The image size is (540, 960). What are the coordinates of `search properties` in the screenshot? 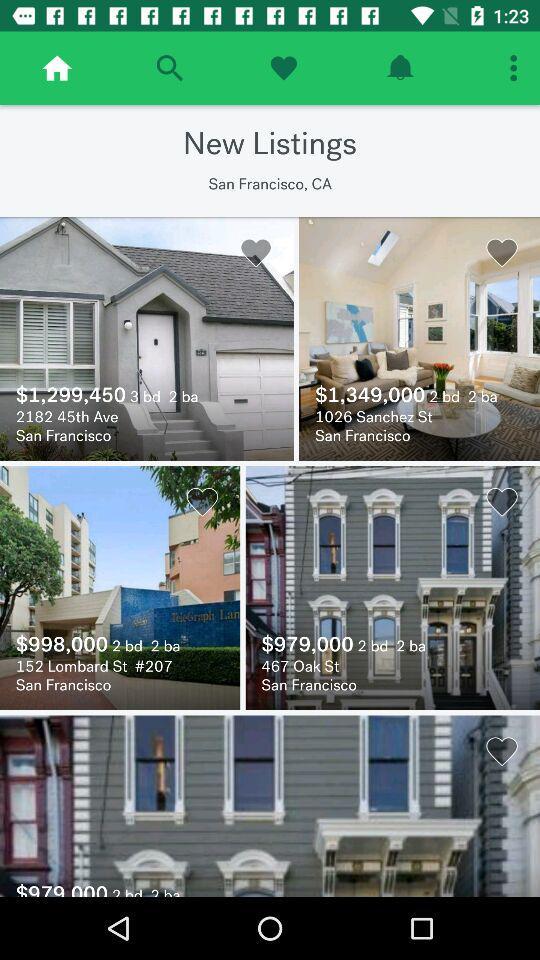 It's located at (168, 68).